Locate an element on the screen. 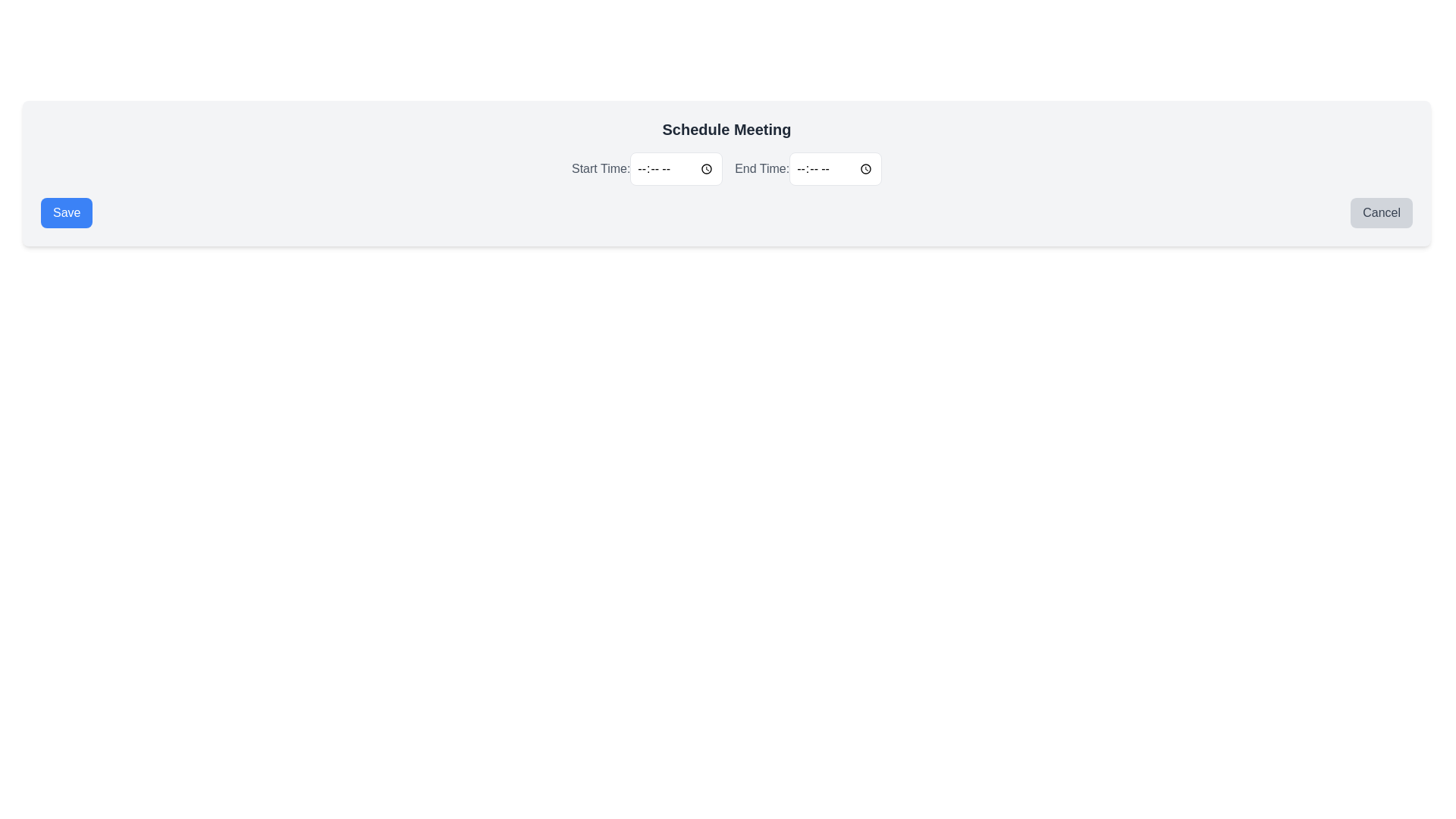 The image size is (1456, 819). the 'Start Time' label in the 'Schedule Meeting' section to indicate focus is located at coordinates (647, 169).